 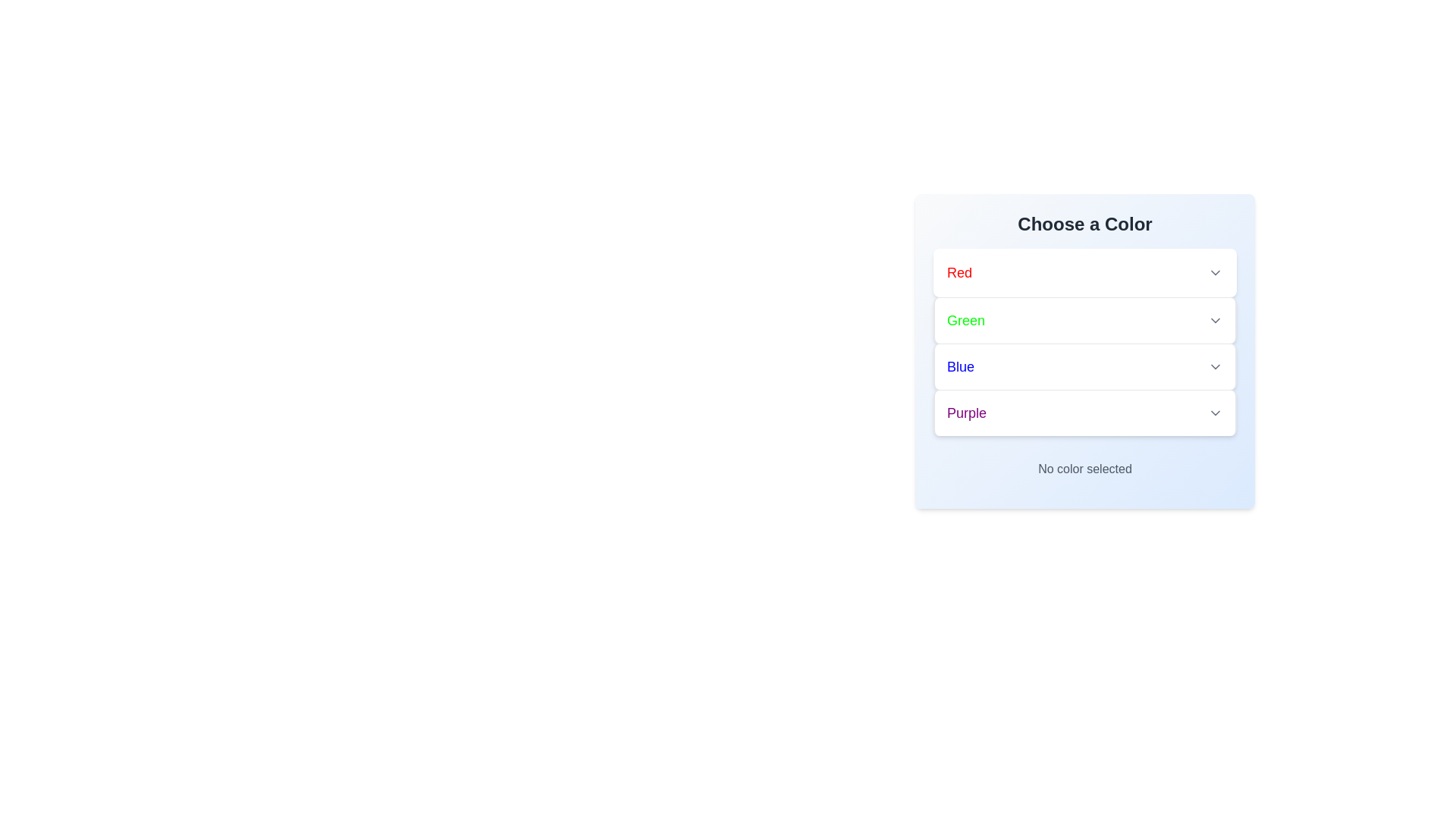 I want to click on the color Green to select it, so click(x=1084, y=319).